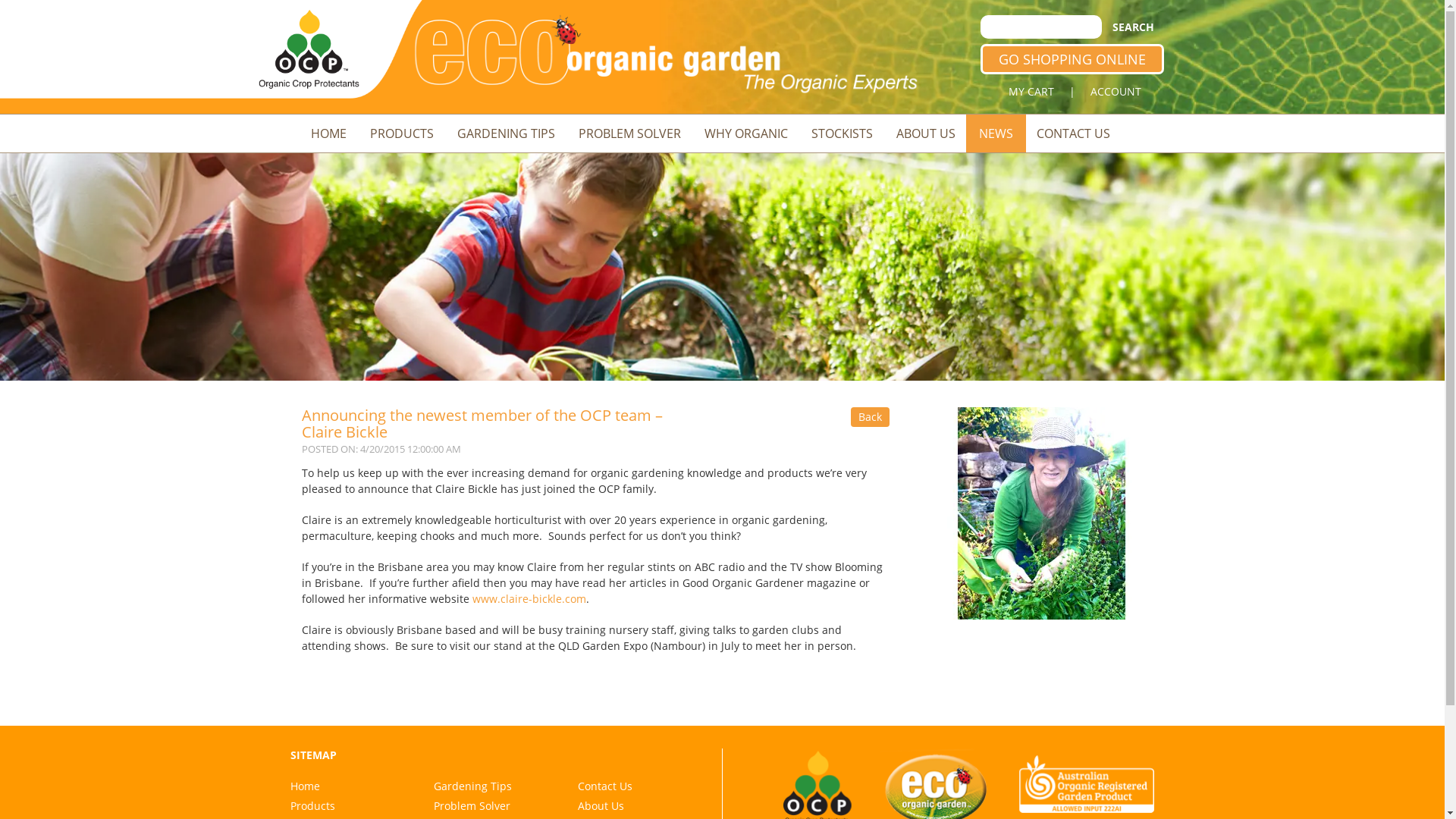 This screenshot has height=819, width=1456. What do you see at coordinates (924, 133) in the screenshot?
I see `'ABOUT US'` at bounding box center [924, 133].